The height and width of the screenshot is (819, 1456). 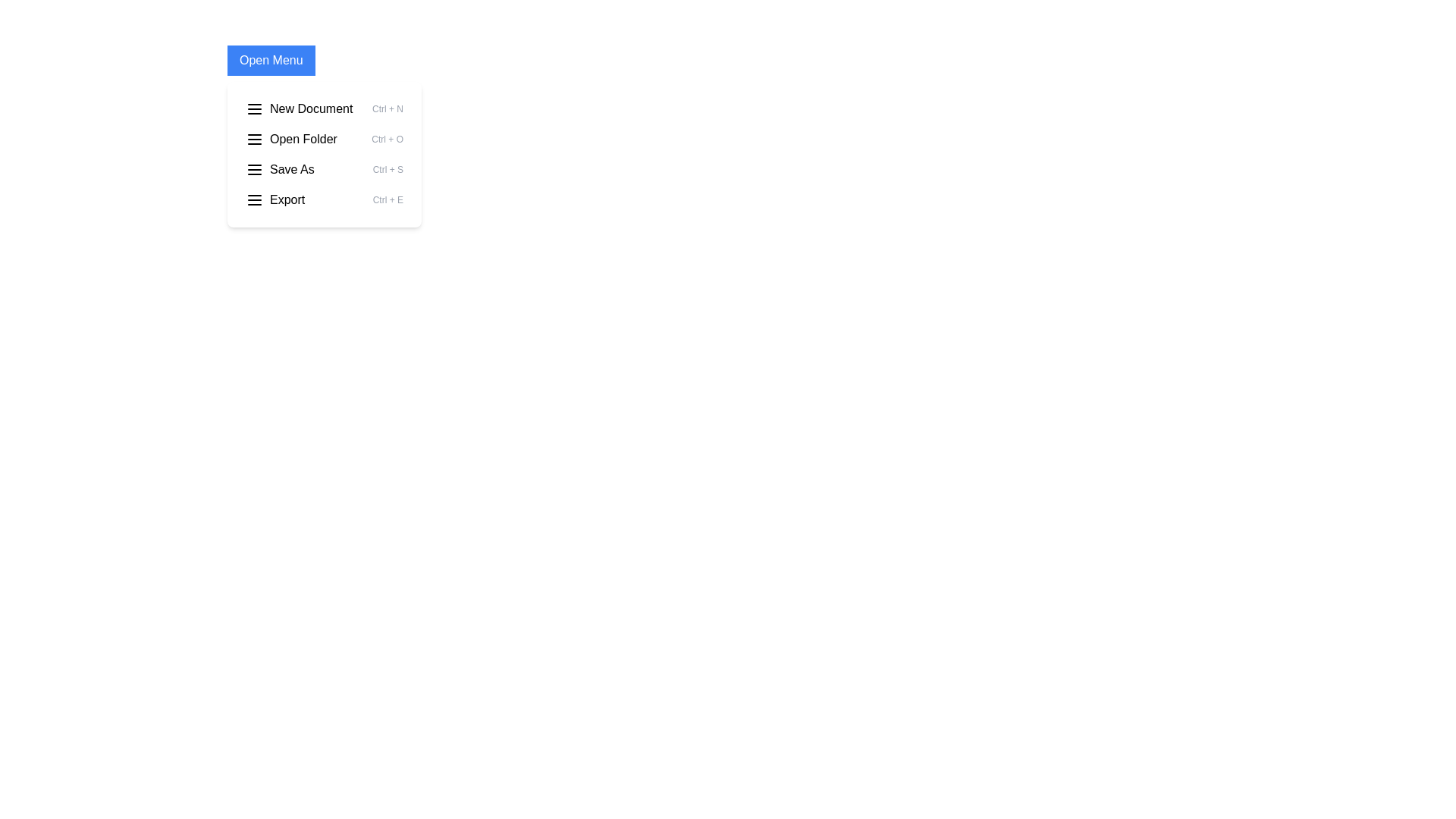 I want to click on to select the 'Open Folder' menu item, which is the second entry in the dropdown menu located beneath 'New Document' and above 'Save As', so click(x=323, y=155).